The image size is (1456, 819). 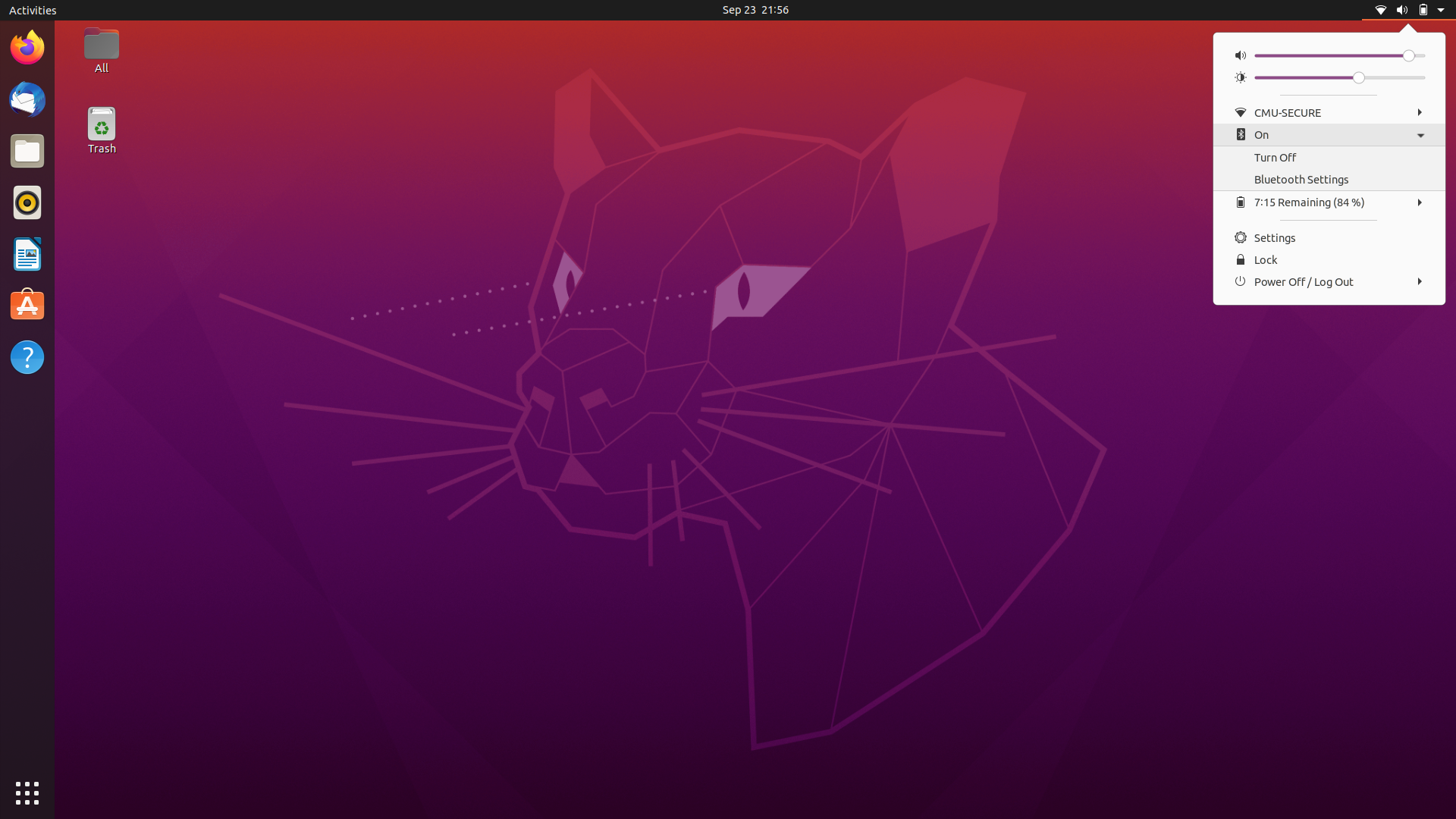 I want to click on Assistance application, so click(x=28, y=358).